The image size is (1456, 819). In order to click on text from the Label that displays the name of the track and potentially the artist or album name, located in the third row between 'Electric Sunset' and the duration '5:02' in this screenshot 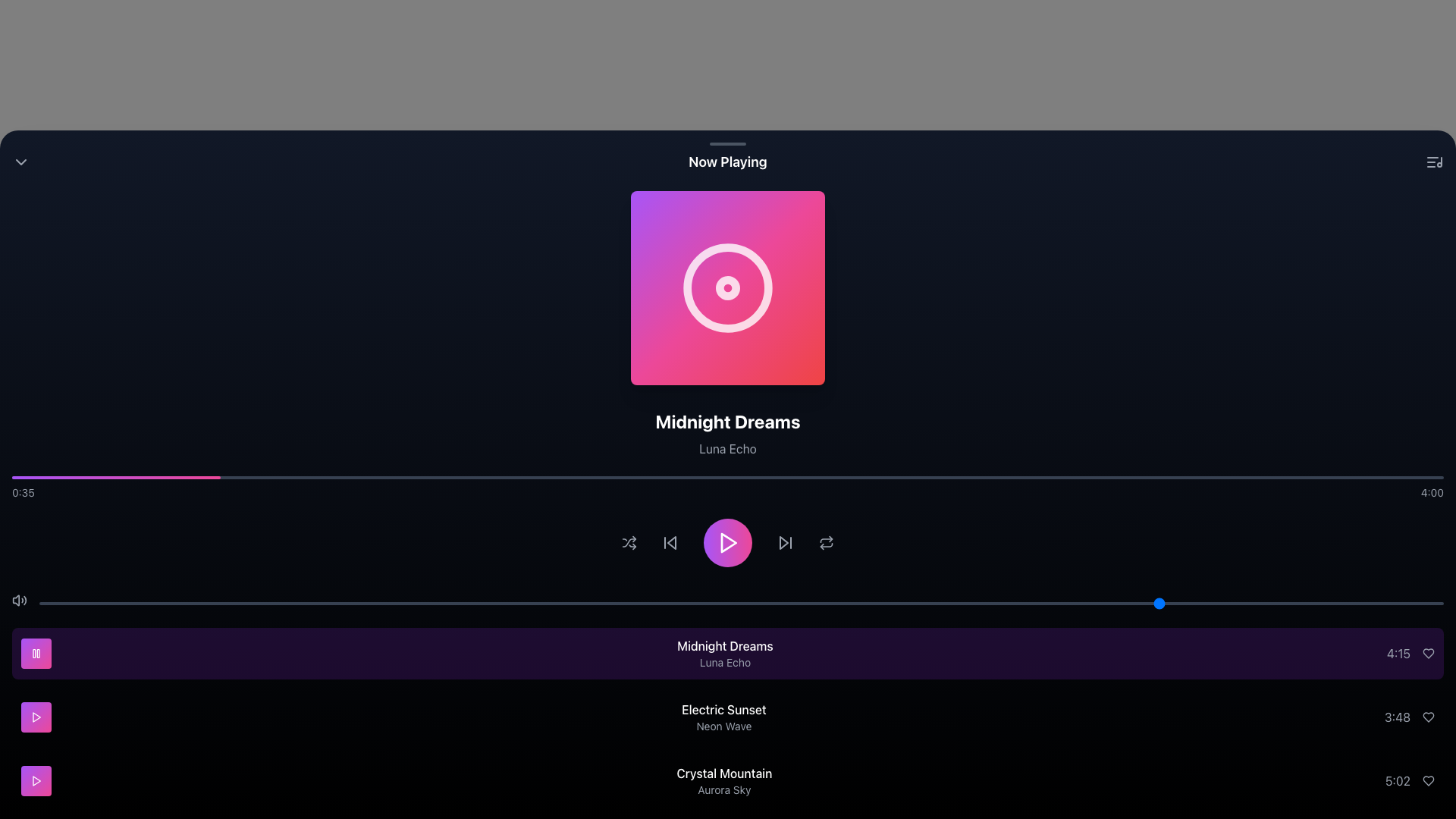, I will do `click(723, 780)`.